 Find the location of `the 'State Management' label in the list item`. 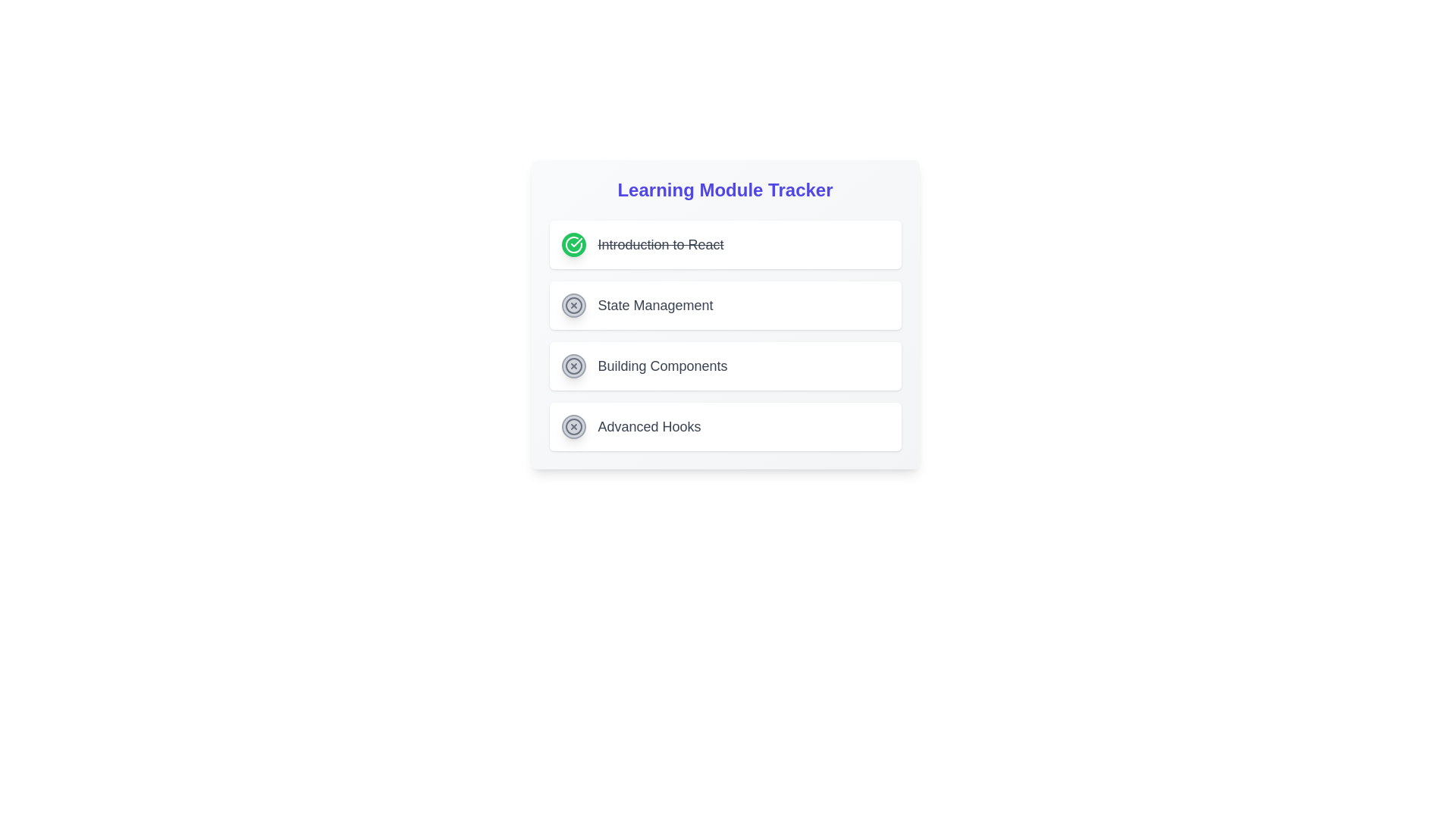

the 'State Management' label in the list item is located at coordinates (637, 305).